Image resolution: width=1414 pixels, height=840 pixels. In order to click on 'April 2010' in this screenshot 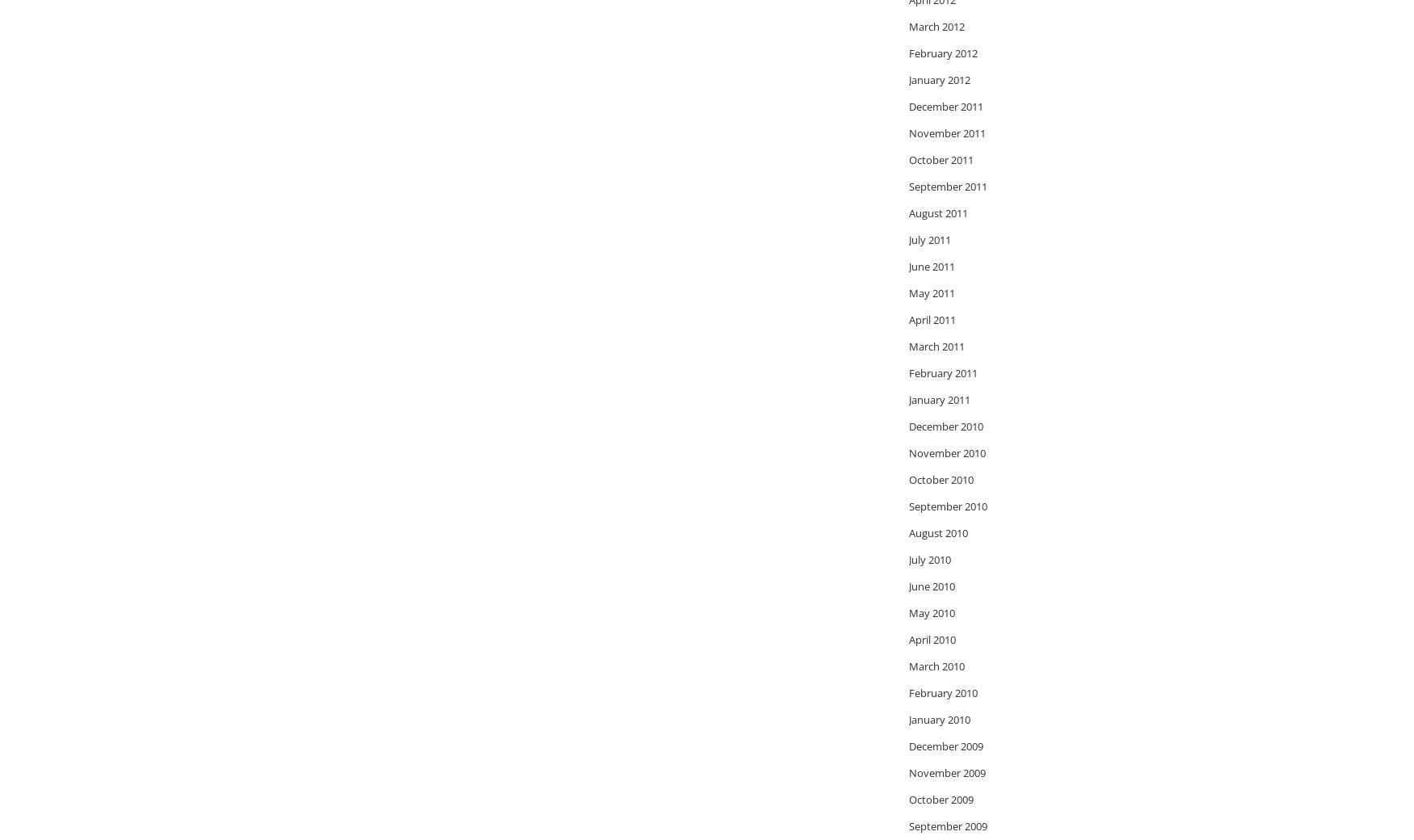, I will do `click(931, 638)`.